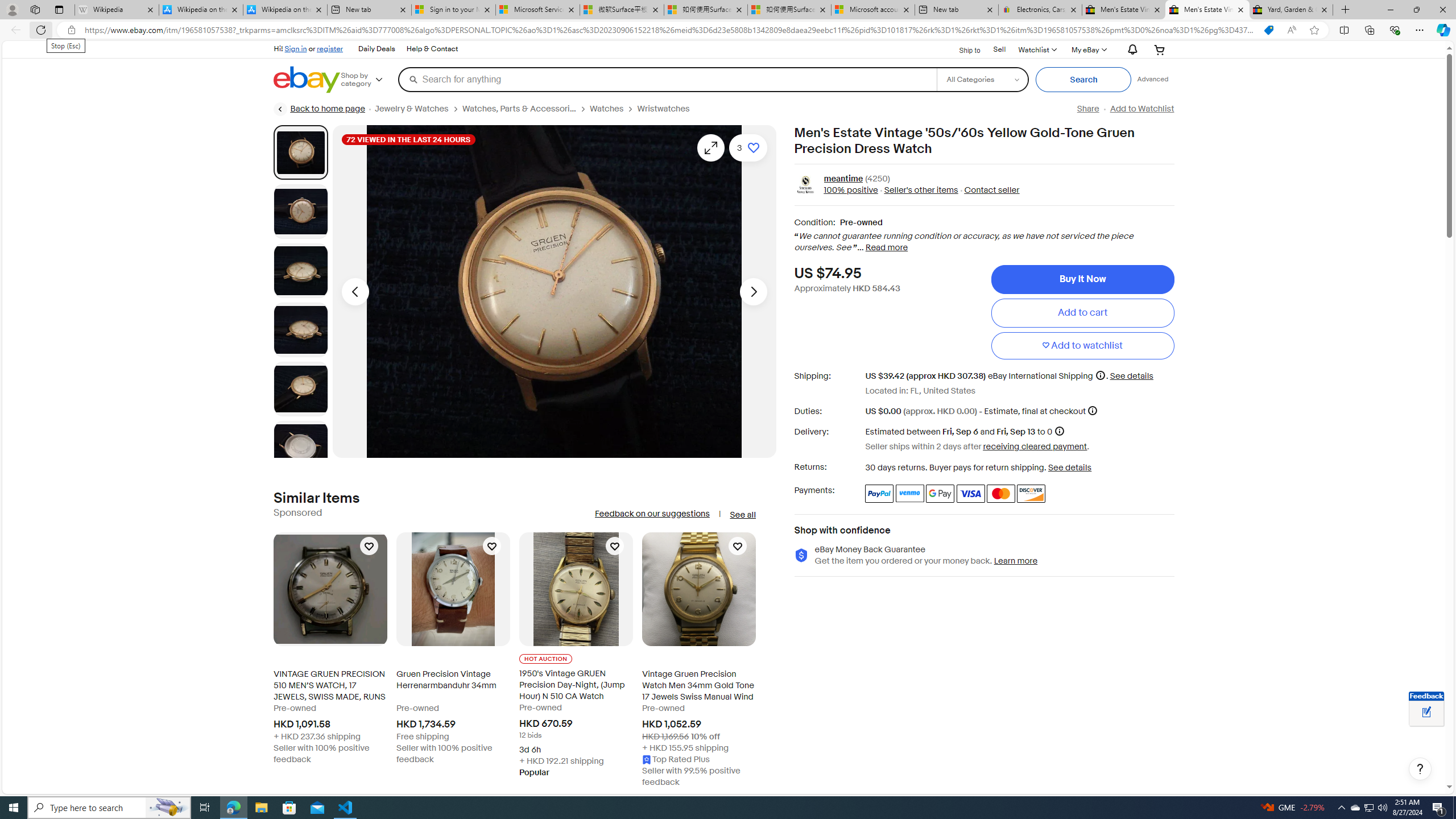 The width and height of the screenshot is (1456, 819). What do you see at coordinates (879, 493) in the screenshot?
I see `'PayPal'` at bounding box center [879, 493].